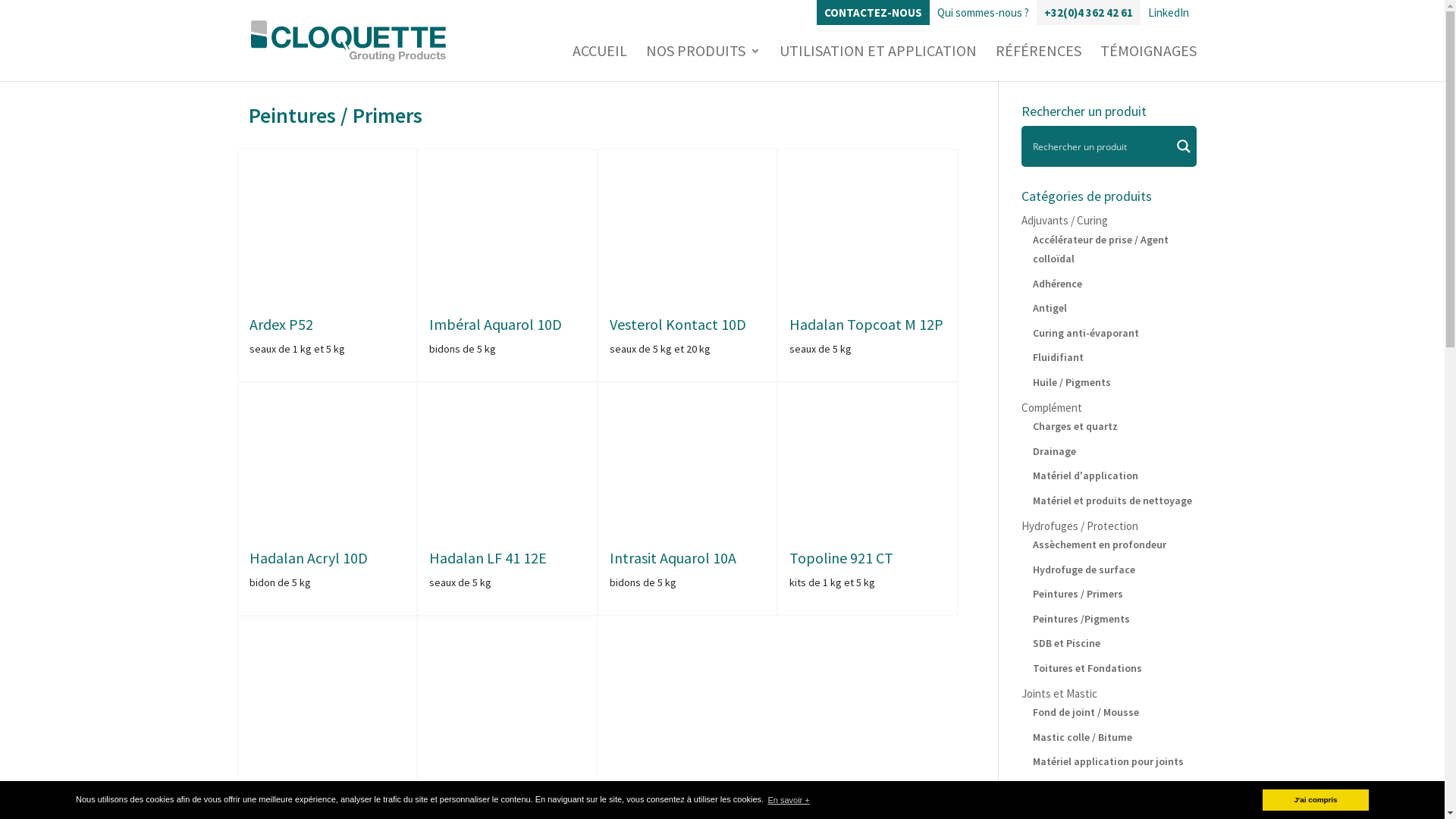  I want to click on 'UTILISATION ET APPLICATION', so click(877, 62).